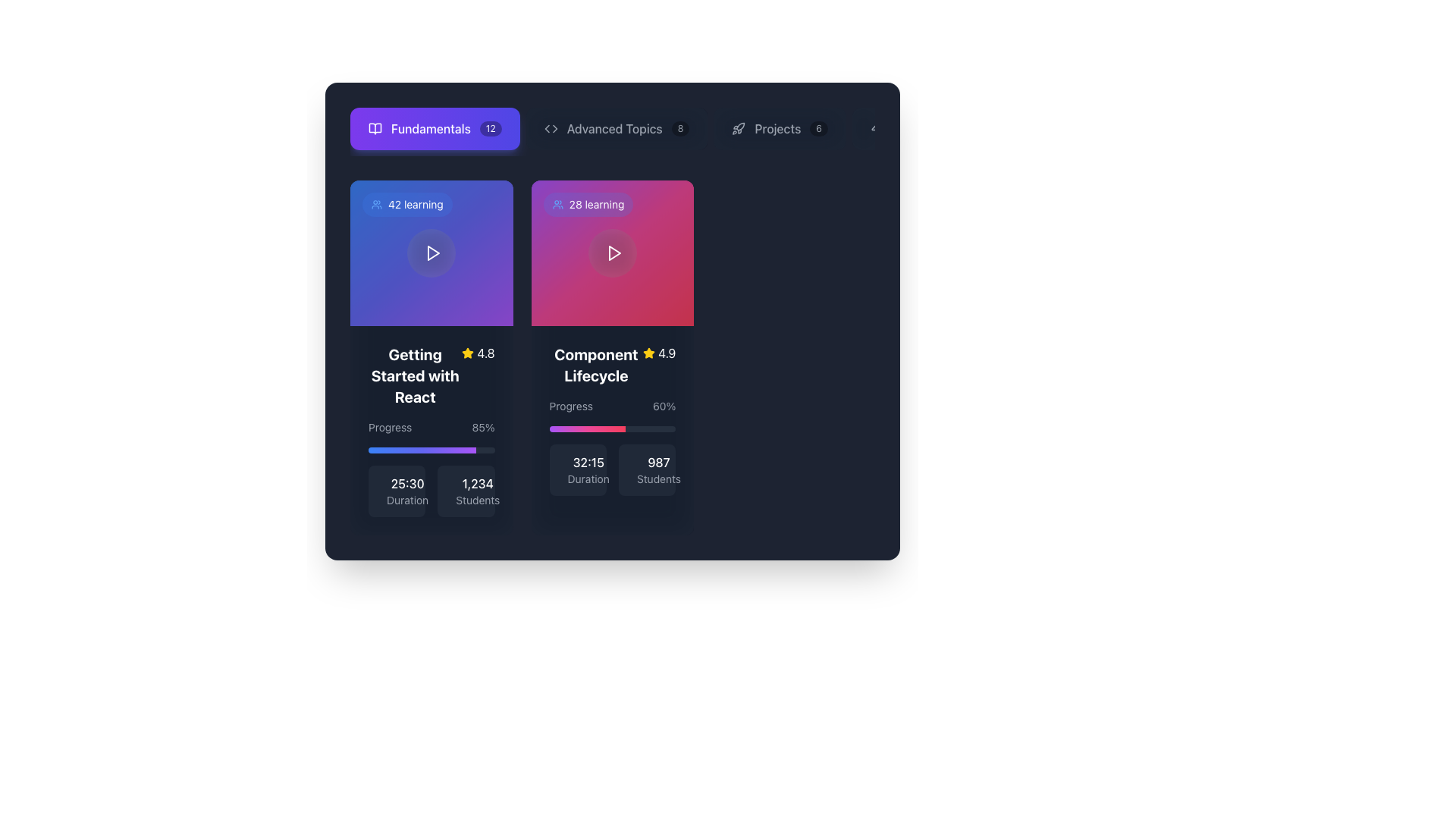 This screenshot has width=1456, height=819. Describe the element at coordinates (465, 491) in the screenshot. I see `the label displaying '1,234 Students' which is styled with bold white font for the number and smaller gray font for the text, located in the lower right corner of a grid item` at that location.